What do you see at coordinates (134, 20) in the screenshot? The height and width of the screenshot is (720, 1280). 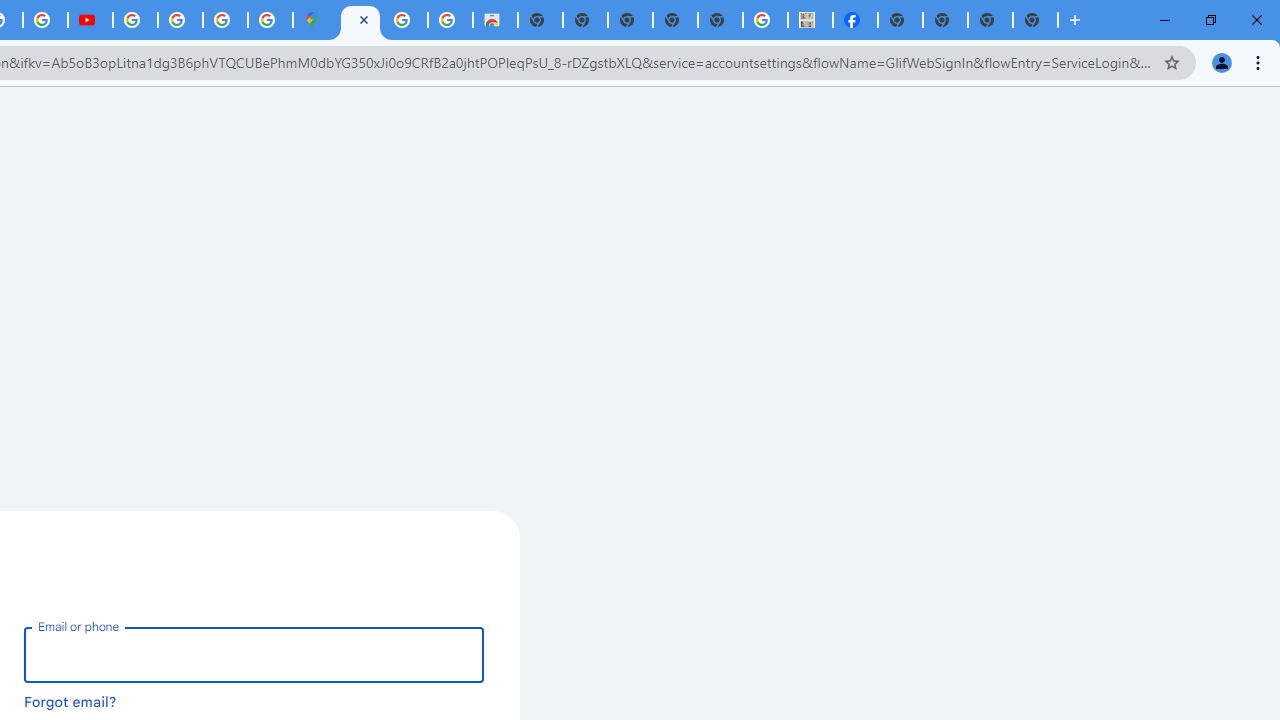 I see `'How Chrome protects your passwords - Google Chrome Help'` at bounding box center [134, 20].